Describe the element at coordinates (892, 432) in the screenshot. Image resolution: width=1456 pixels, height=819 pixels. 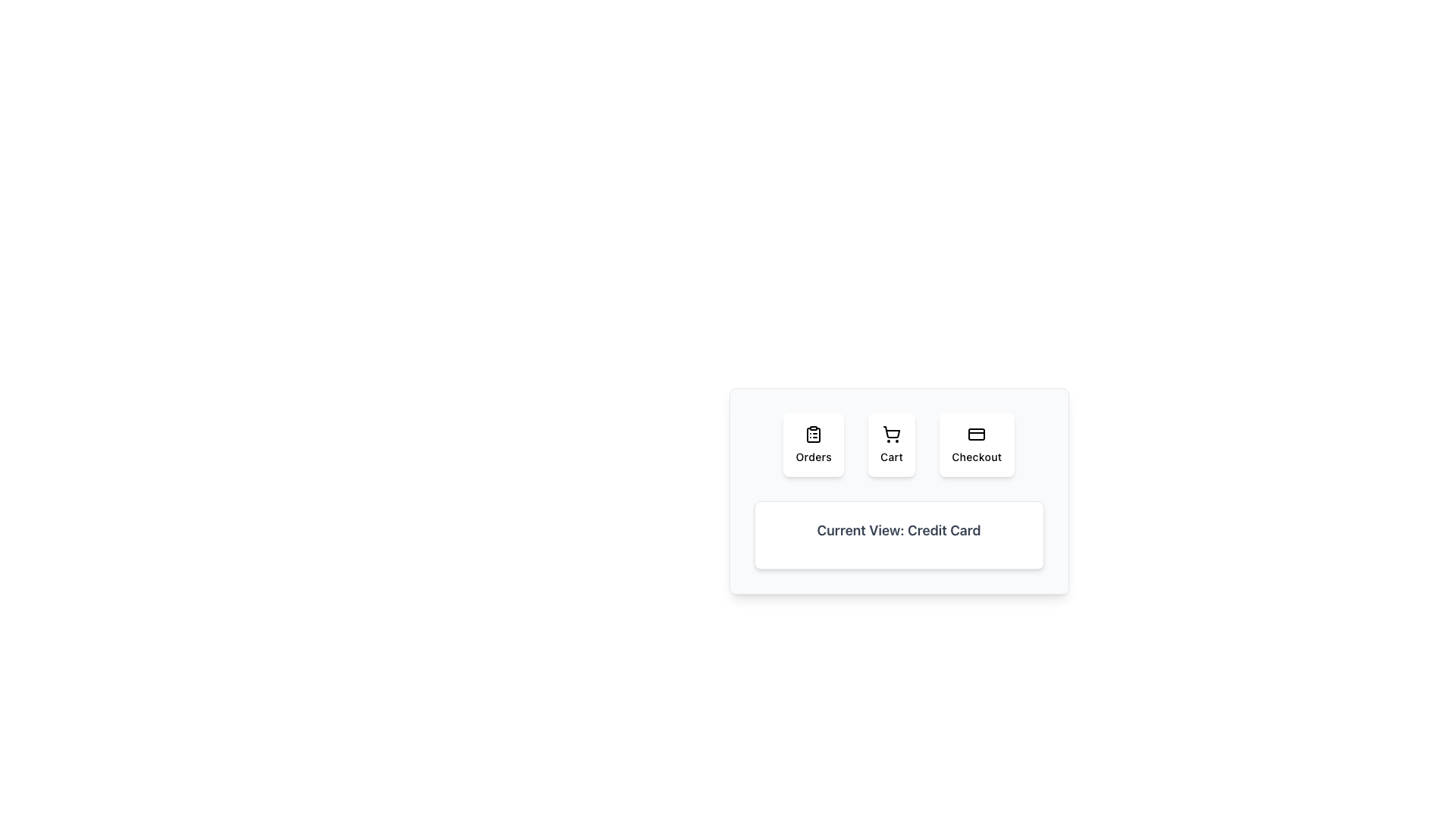
I see `the central portion of the shopping cart icon, which is the main body of the cart, located in the middle of the 'Cart' button styled in red` at that location.